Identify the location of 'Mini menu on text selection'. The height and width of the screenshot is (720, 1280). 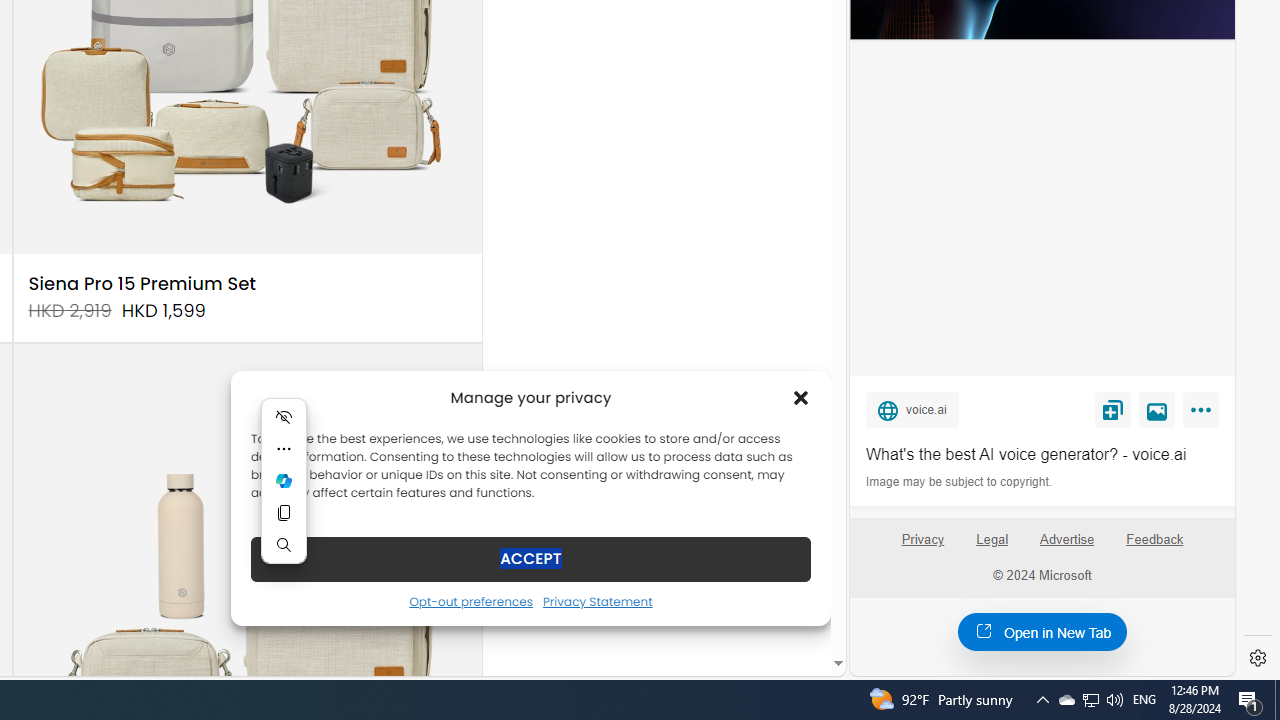
(283, 493).